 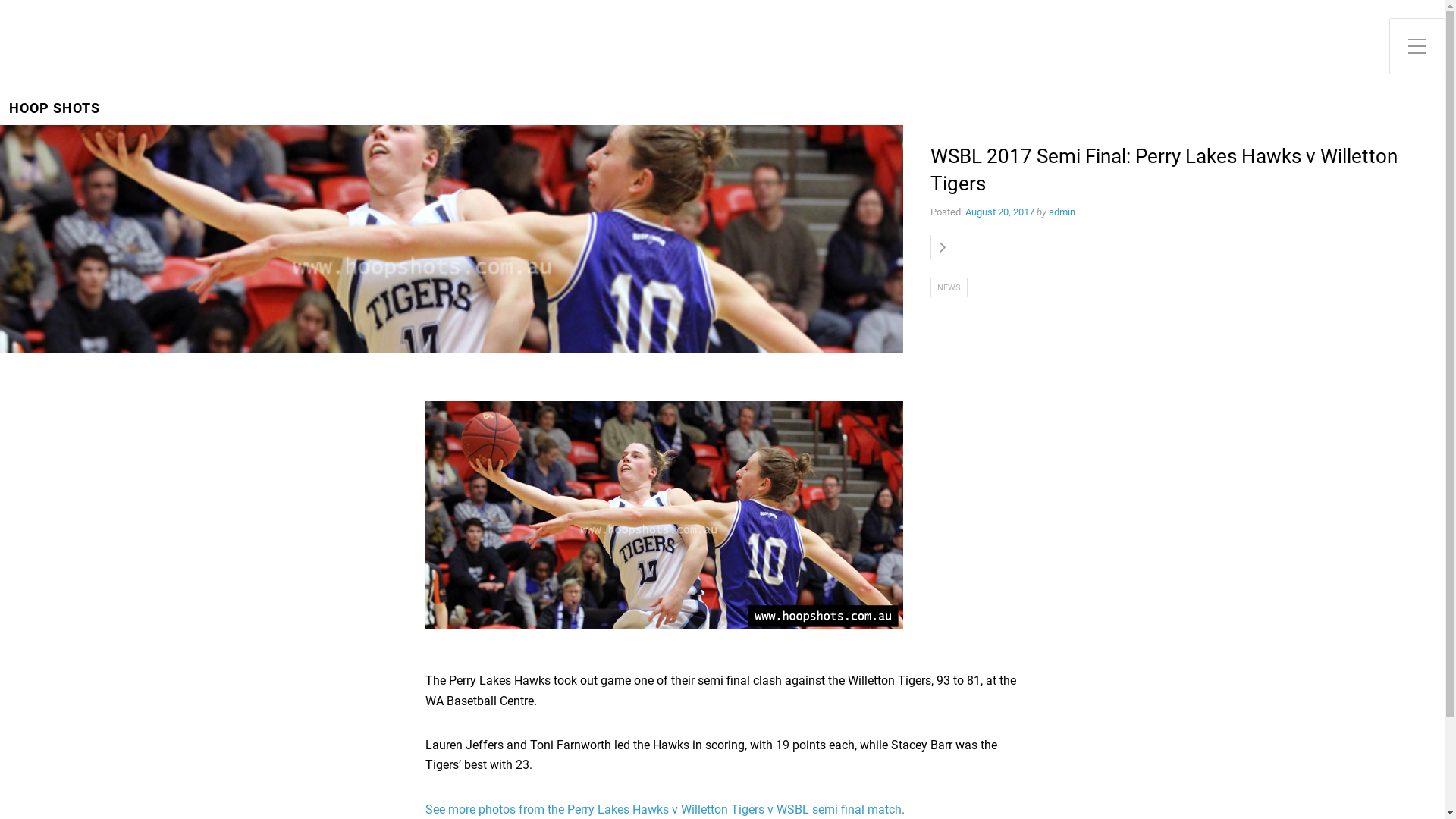 I want to click on 'NEWS', so click(x=930, y=287).